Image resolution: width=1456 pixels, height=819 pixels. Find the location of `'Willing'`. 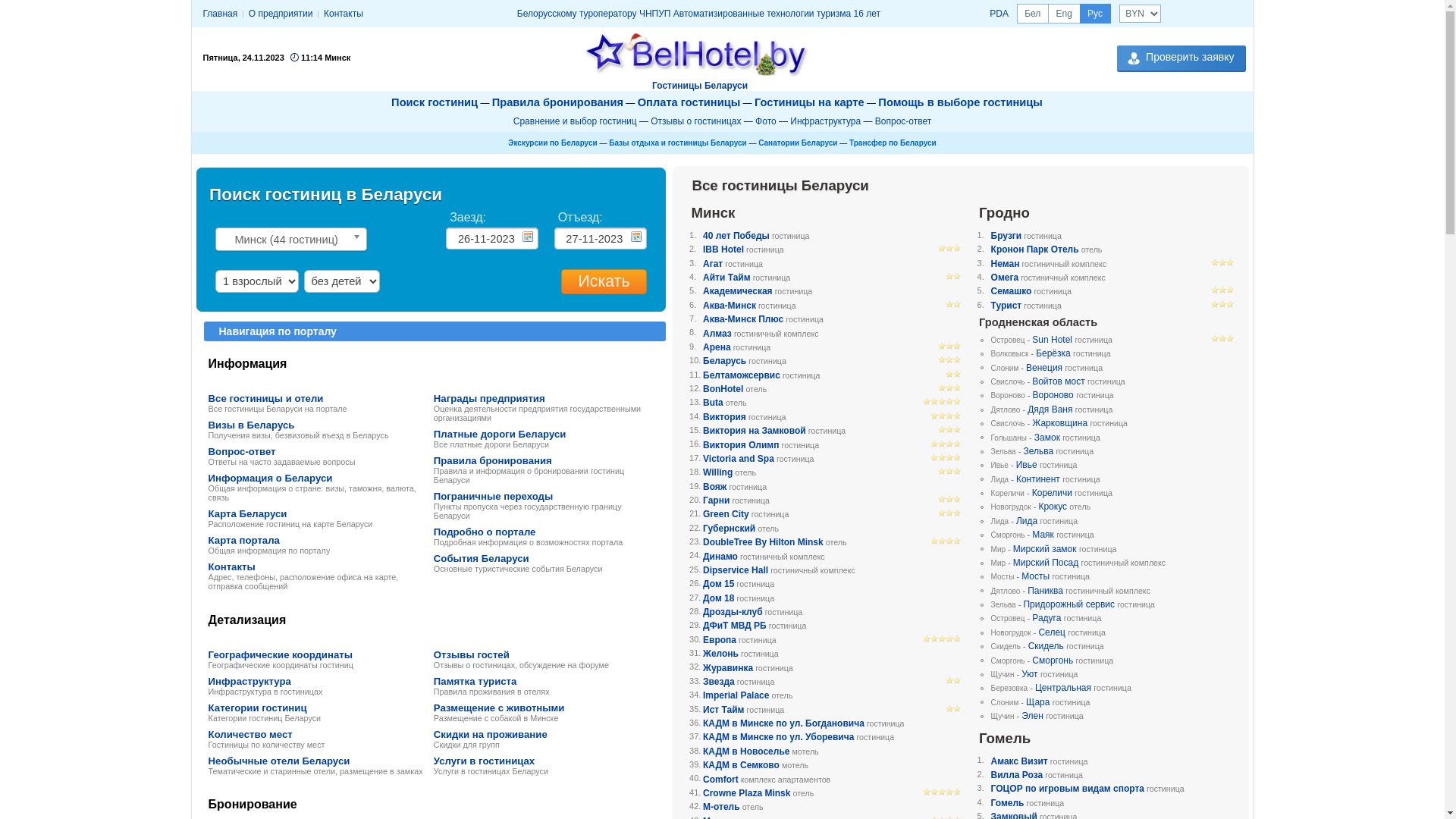

'Willing' is located at coordinates (717, 472).